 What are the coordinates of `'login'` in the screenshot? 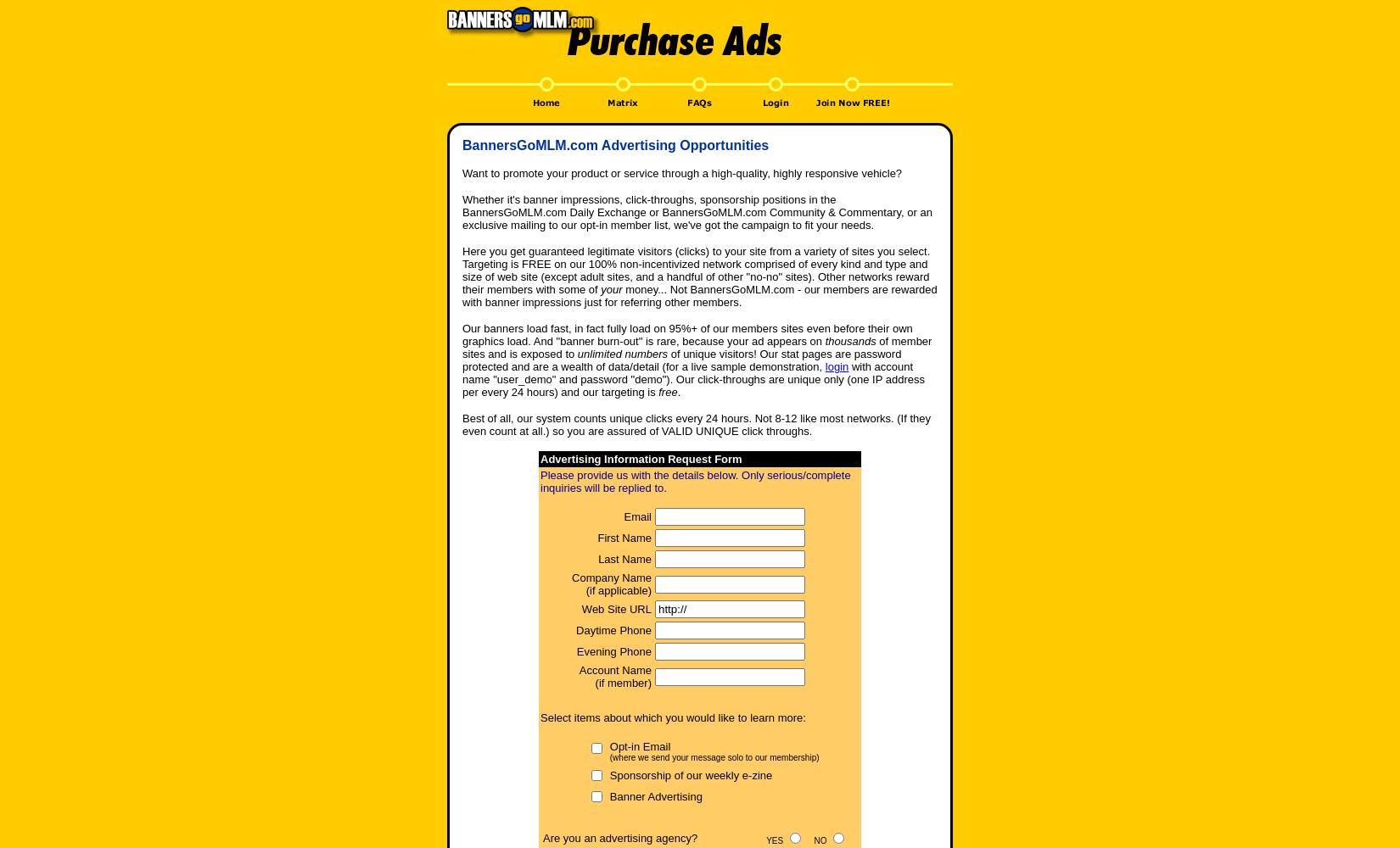 It's located at (825, 366).